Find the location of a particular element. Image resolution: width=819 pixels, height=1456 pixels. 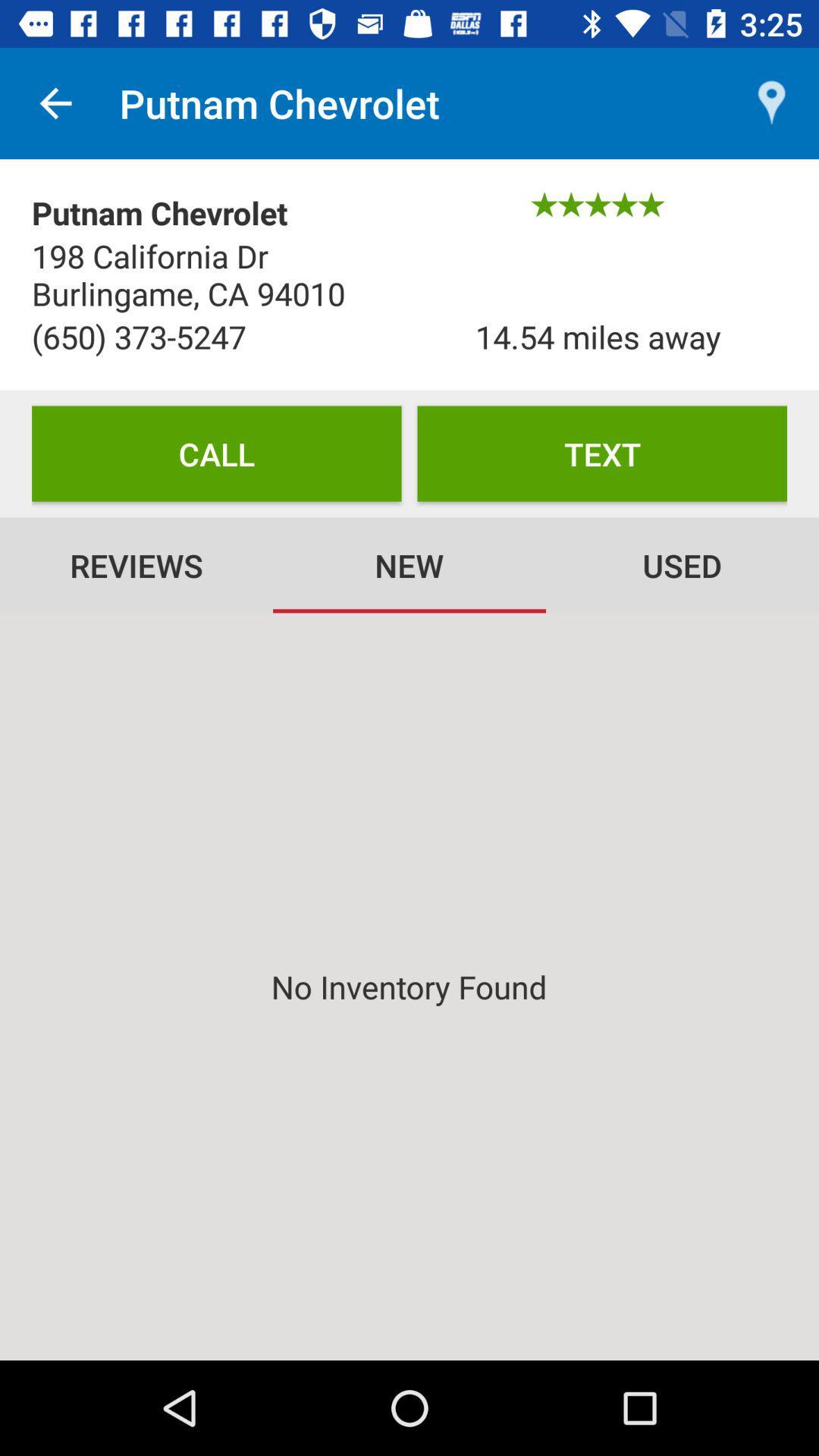

icon to the right of the putnam chevrolet item is located at coordinates (771, 102).